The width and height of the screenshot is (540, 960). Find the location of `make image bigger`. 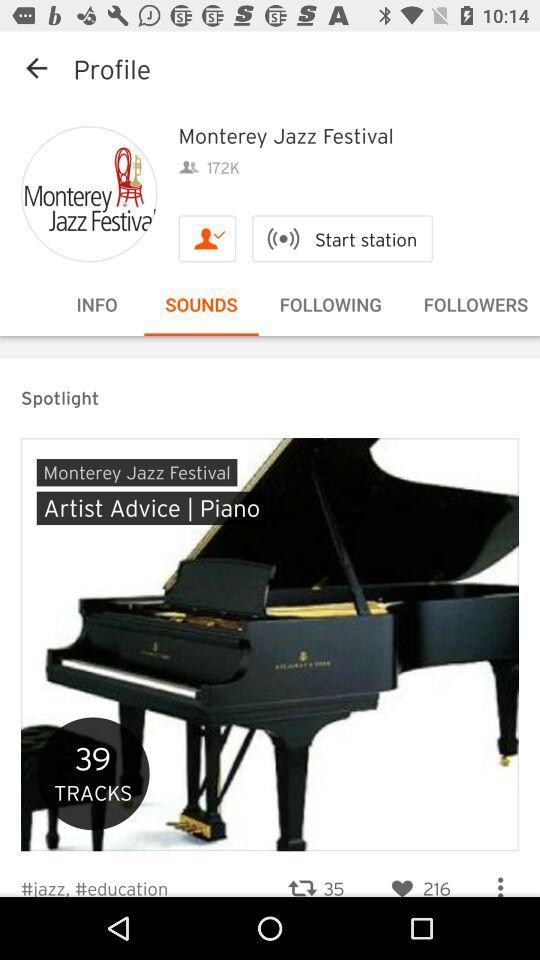

make image bigger is located at coordinates (88, 194).